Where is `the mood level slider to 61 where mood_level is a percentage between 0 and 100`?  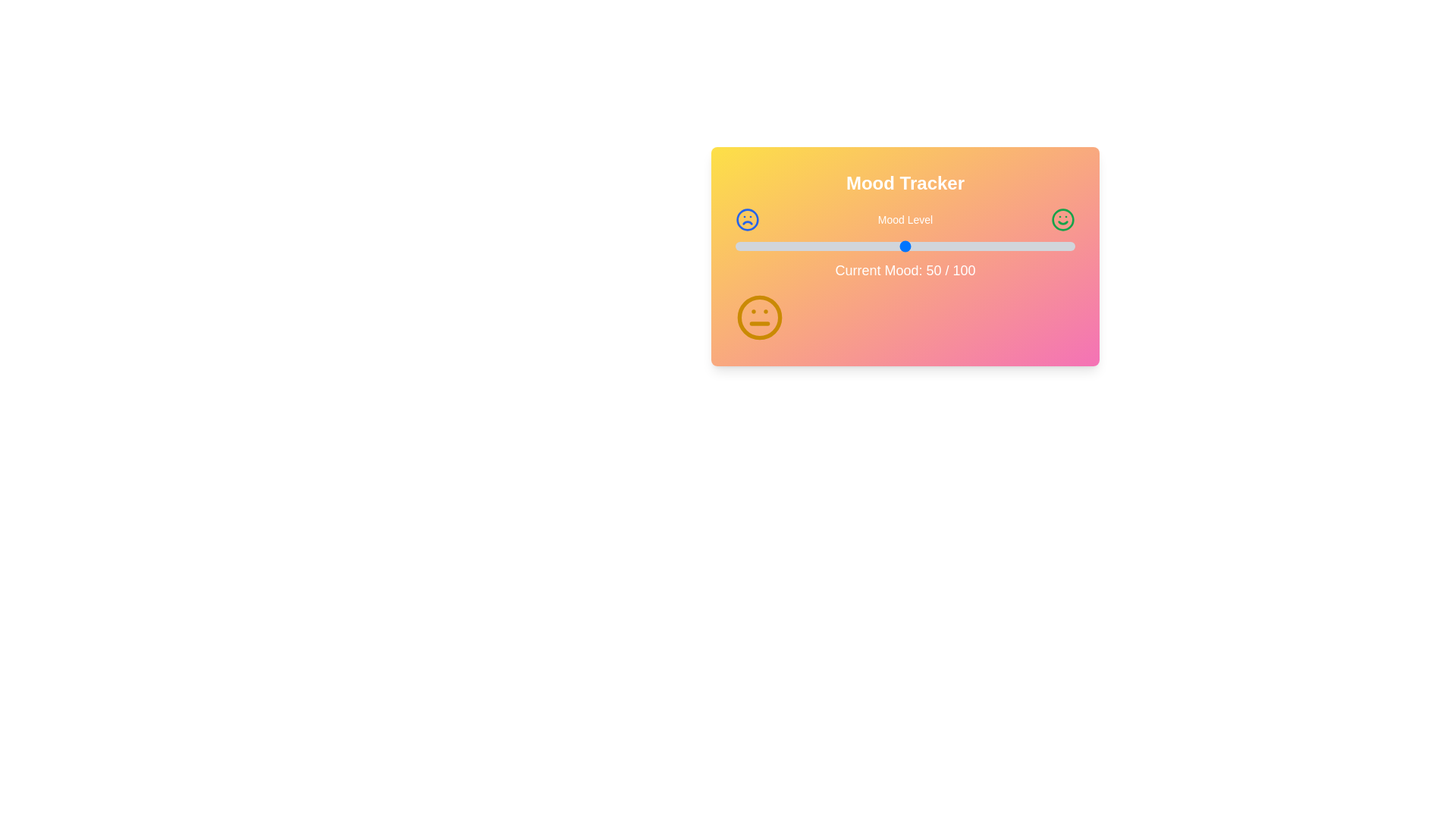
the mood level slider to 61 where mood_level is a percentage between 0 and 100 is located at coordinates (942, 245).